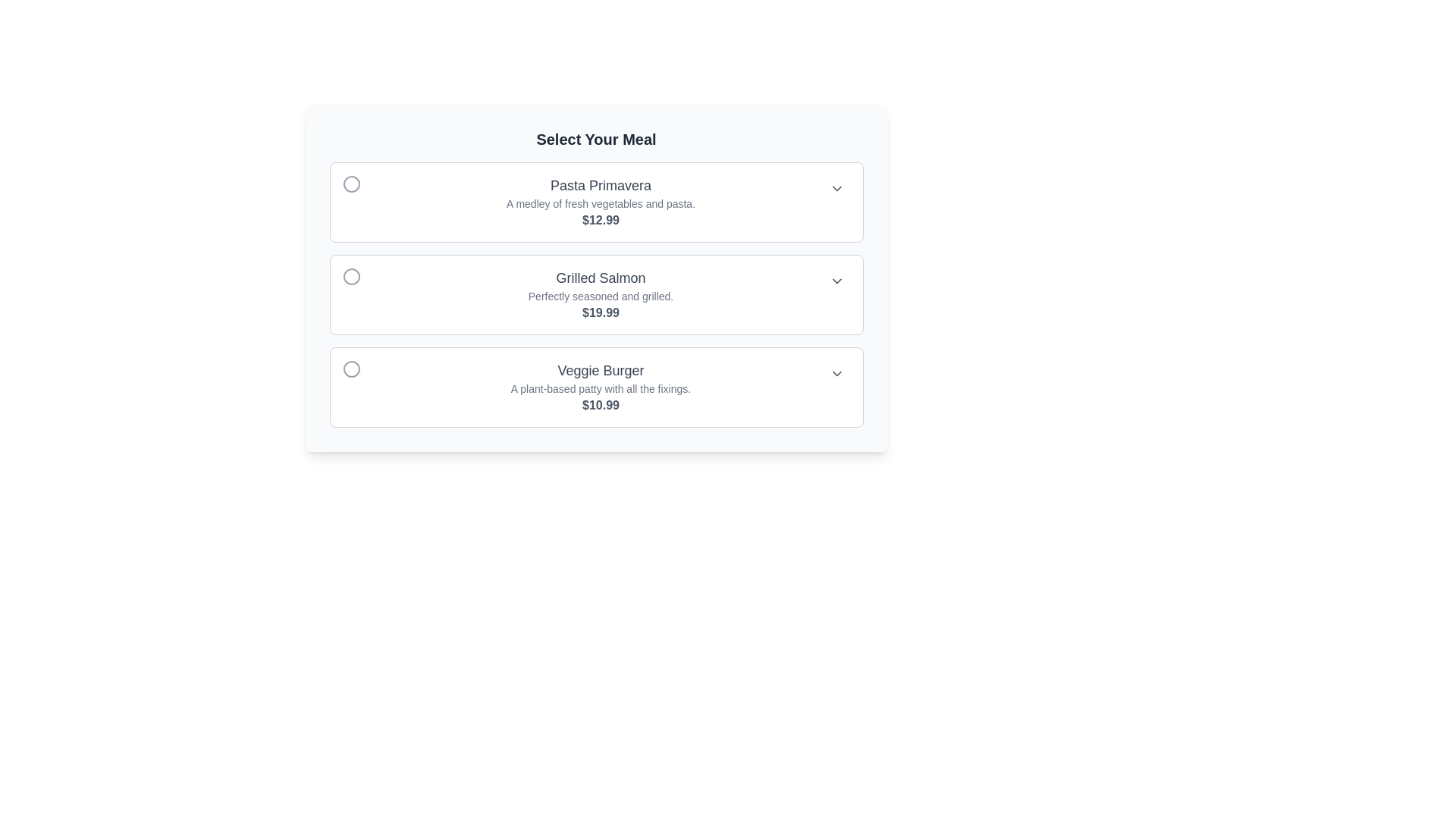 This screenshot has width=1456, height=819. I want to click on the static text display showing the price '$10.99' which is part of the 'Veggie Burger' menu item, so click(600, 405).